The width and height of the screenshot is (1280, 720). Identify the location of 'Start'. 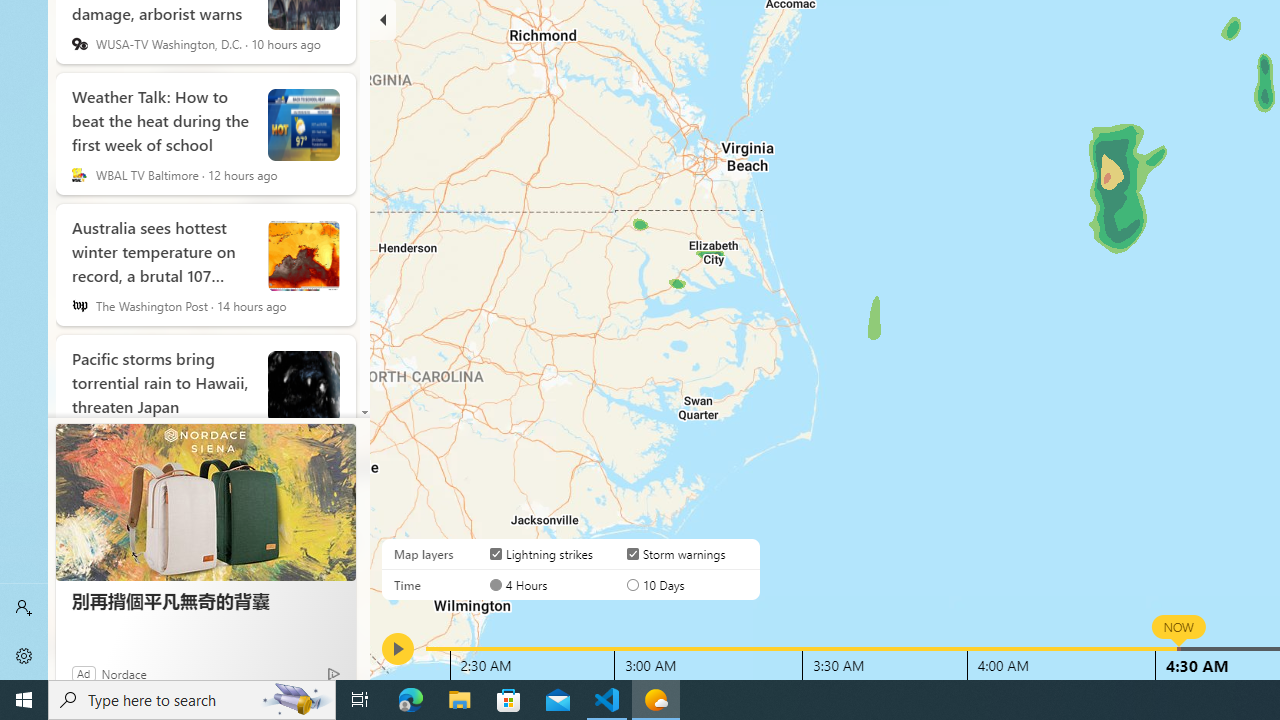
(24, 698).